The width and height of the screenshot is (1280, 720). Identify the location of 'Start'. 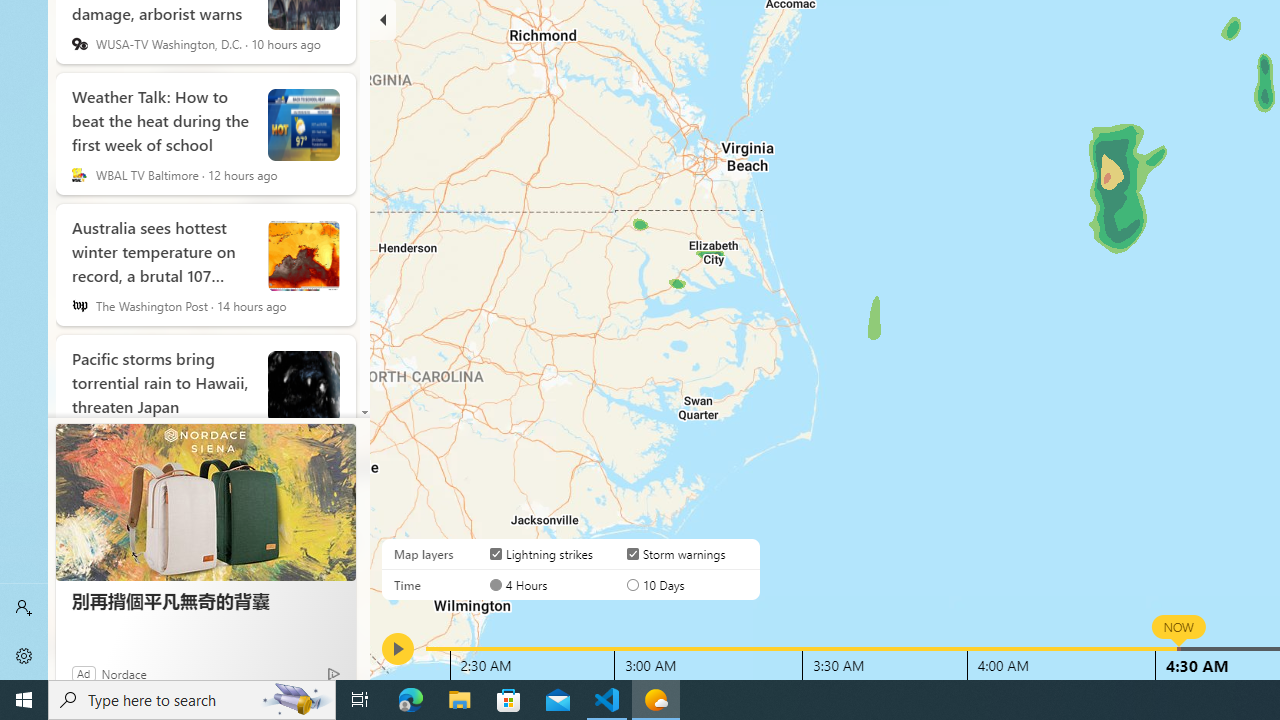
(24, 698).